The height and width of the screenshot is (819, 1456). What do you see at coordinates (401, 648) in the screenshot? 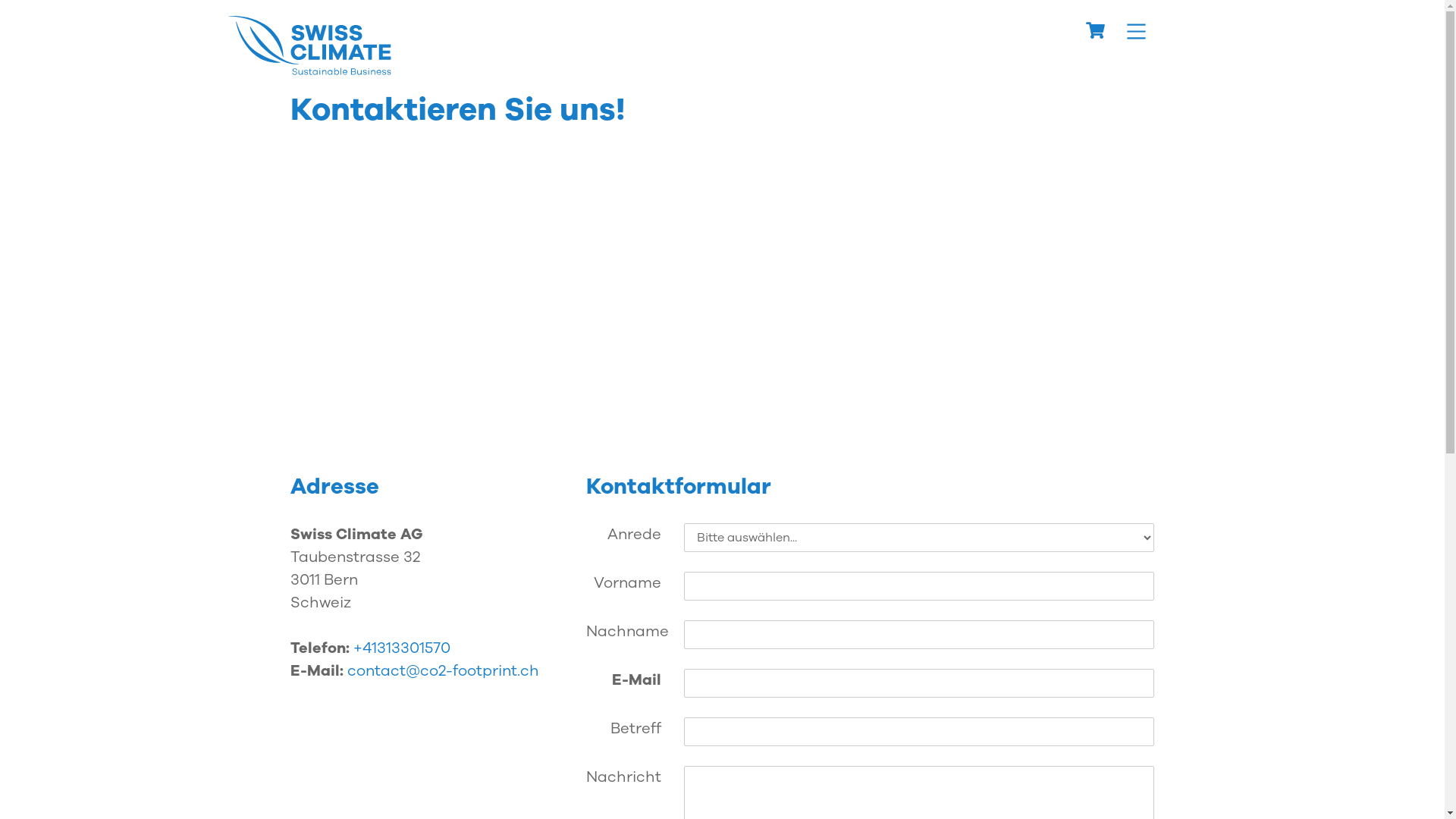
I see `'+41313301570'` at bounding box center [401, 648].